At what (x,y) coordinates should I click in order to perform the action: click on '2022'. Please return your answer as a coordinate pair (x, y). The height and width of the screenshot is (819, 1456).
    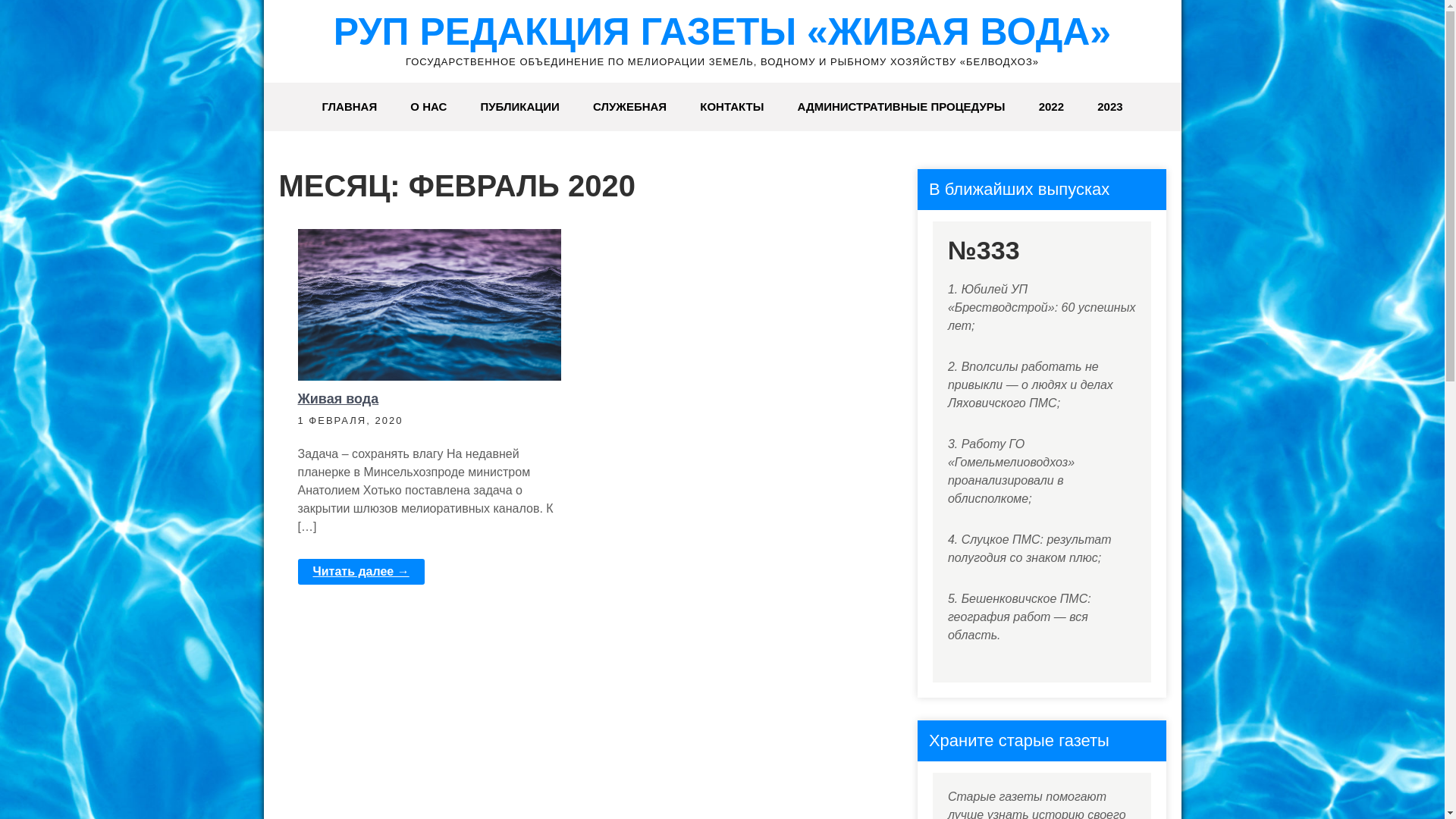
    Looking at the image, I should click on (1050, 106).